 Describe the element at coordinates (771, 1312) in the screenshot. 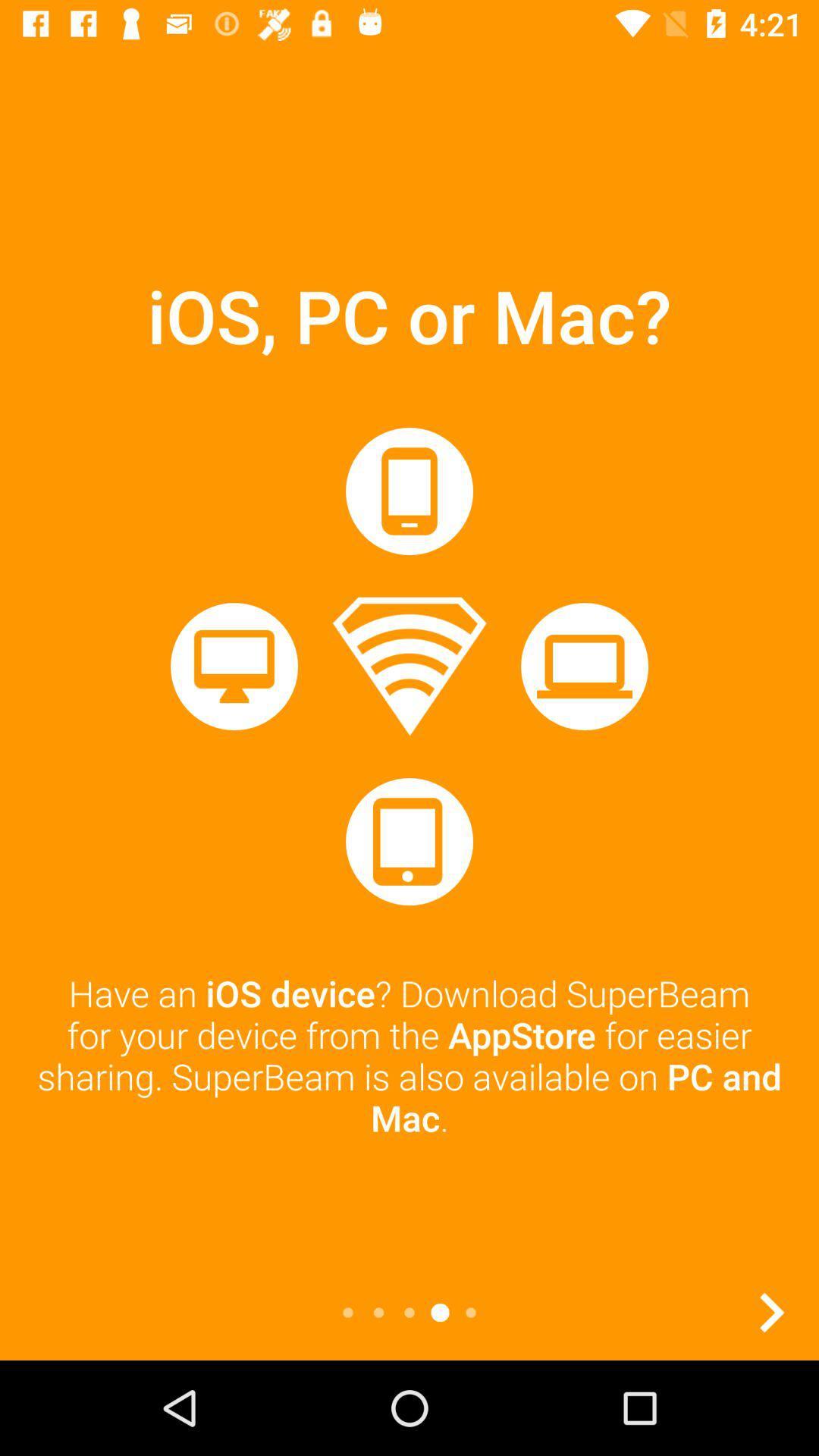

I see `next button` at that location.